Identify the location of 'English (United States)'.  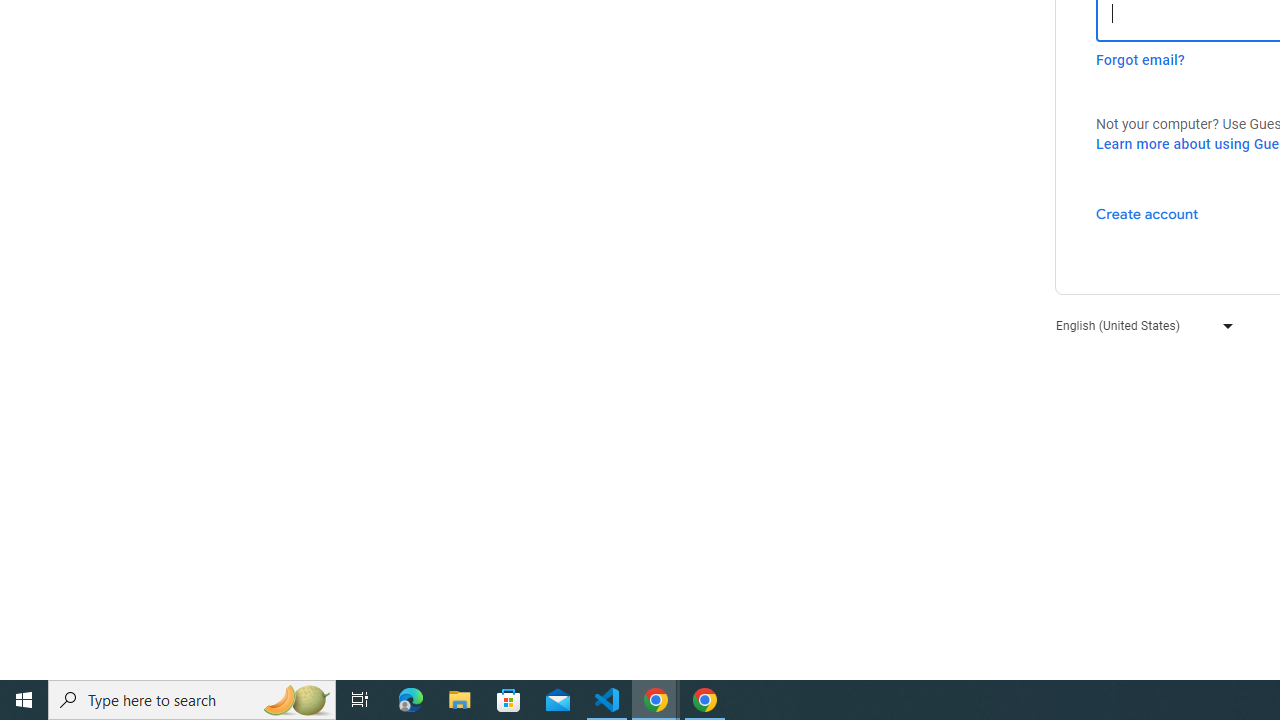
(1139, 324).